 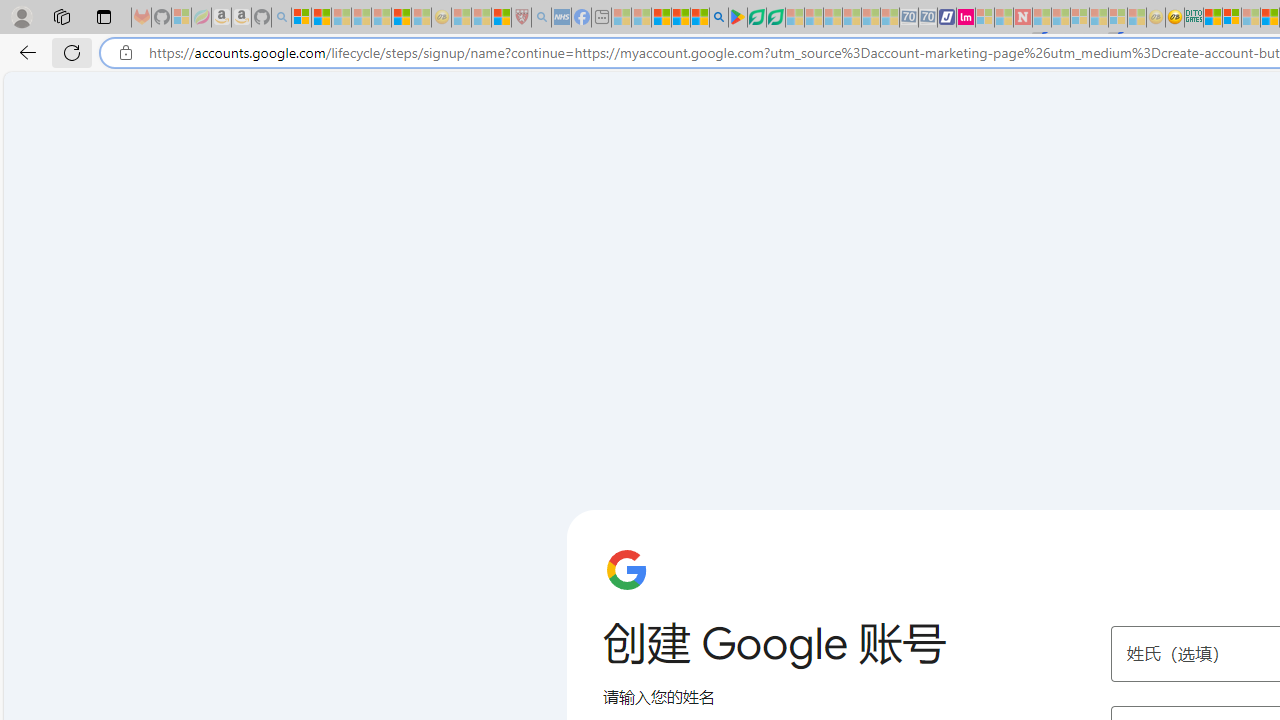 What do you see at coordinates (907, 17) in the screenshot?
I see `'Cheap Car Rentals - Save70.com - Sleeping'` at bounding box center [907, 17].